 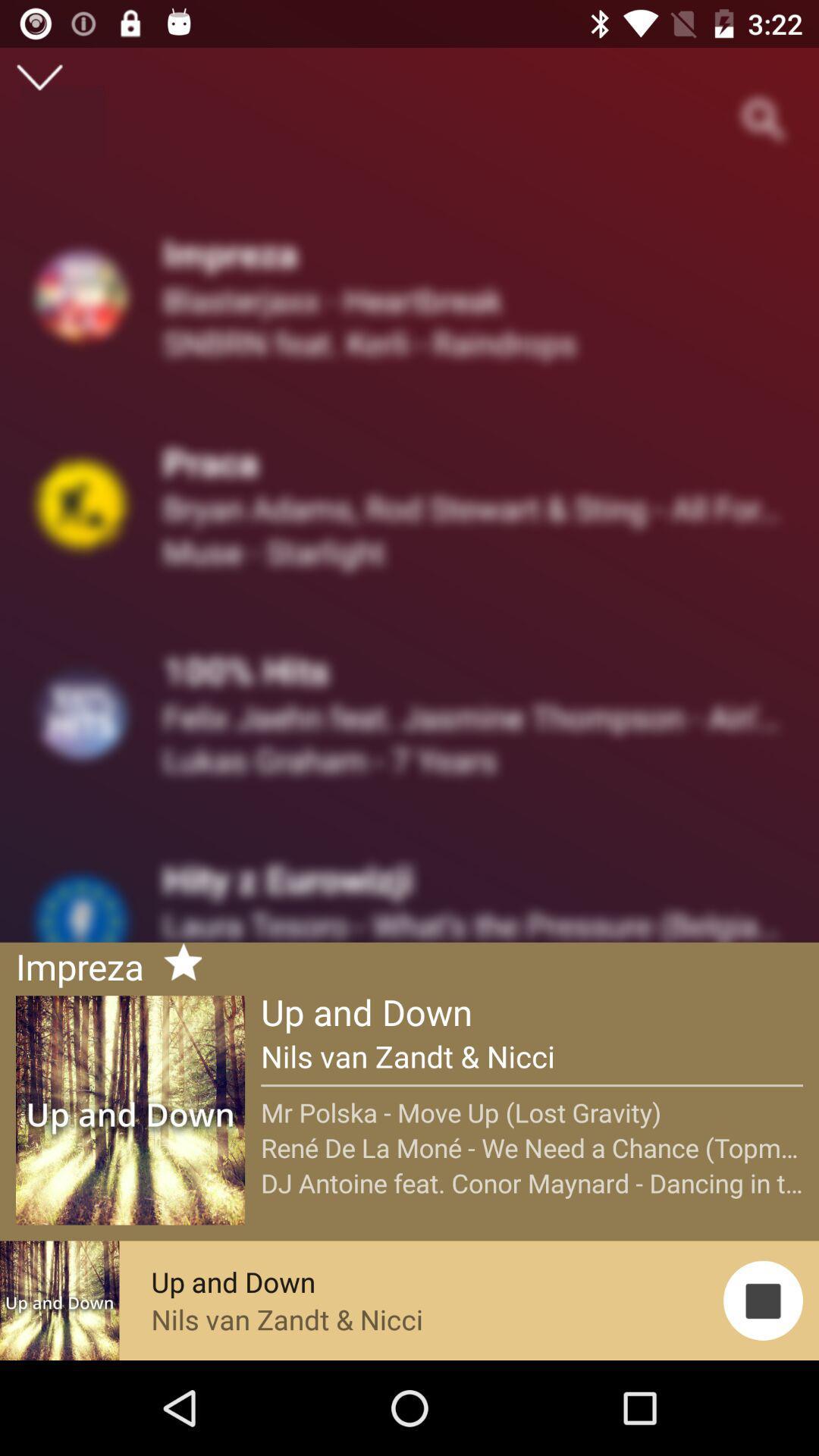 What do you see at coordinates (763, 1300) in the screenshot?
I see `right corner symbol at the botteom` at bounding box center [763, 1300].